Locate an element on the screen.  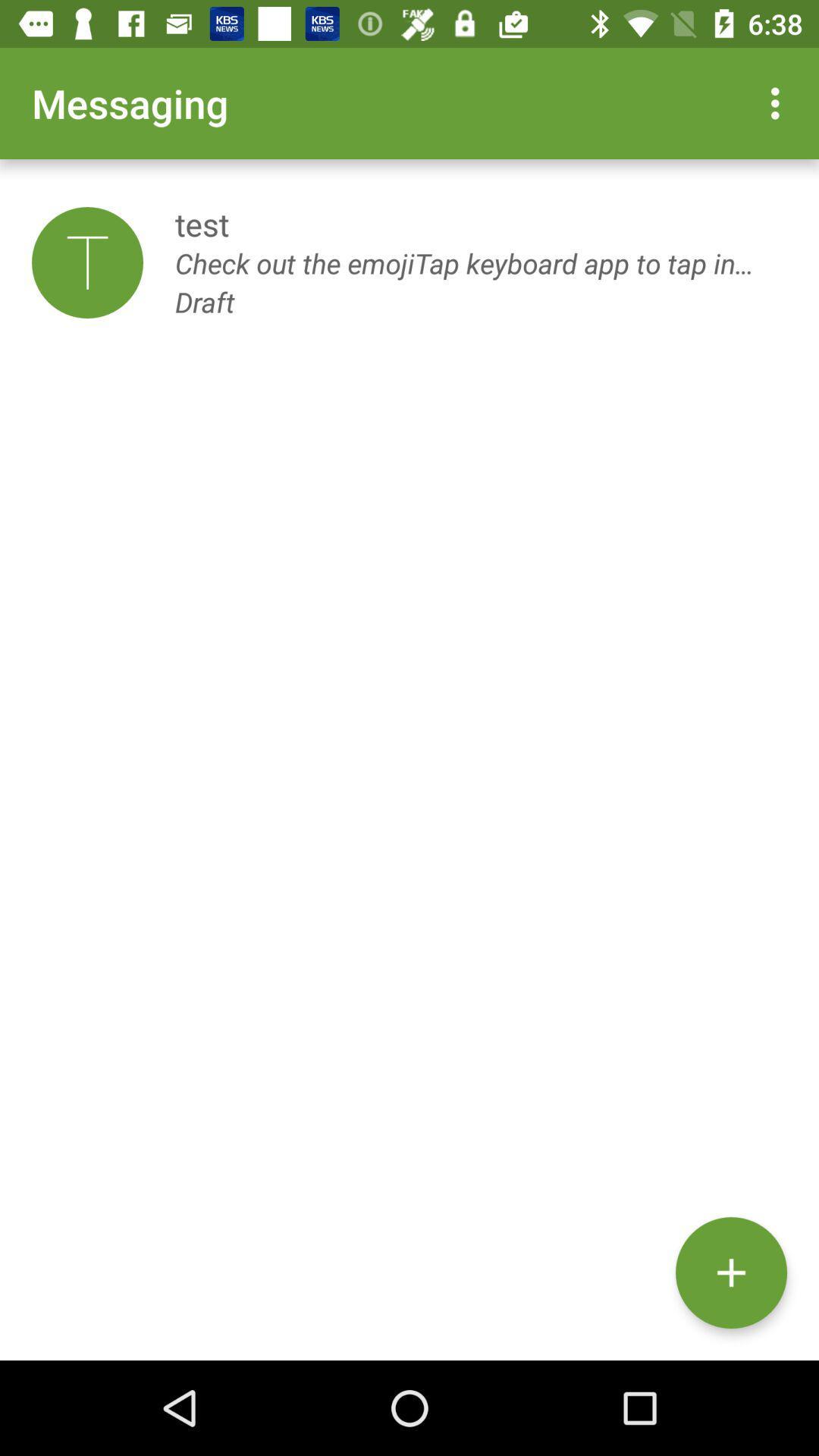
item at the top right corner is located at coordinates (779, 102).